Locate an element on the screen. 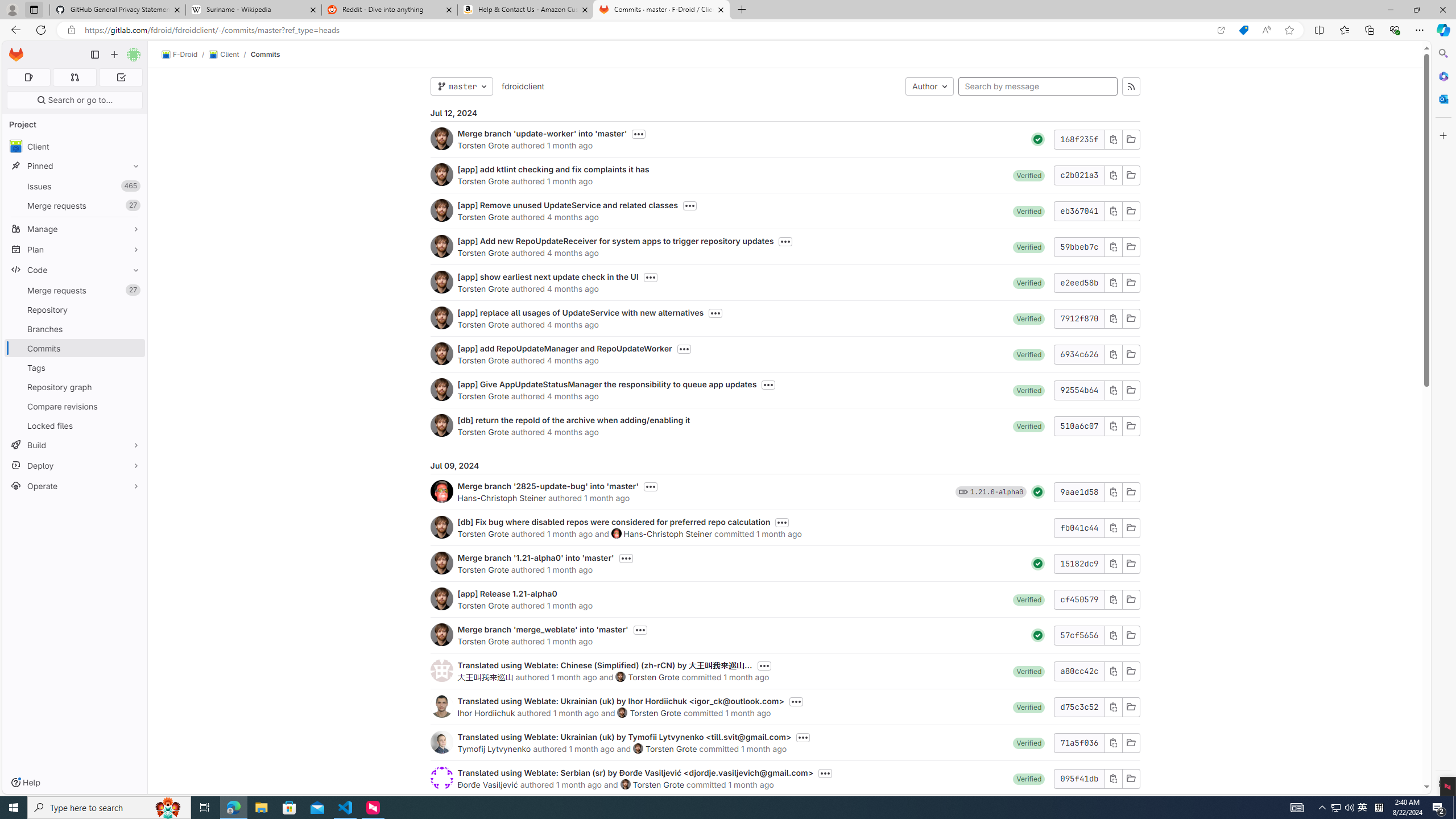  'Open in app' is located at coordinates (1220, 30).